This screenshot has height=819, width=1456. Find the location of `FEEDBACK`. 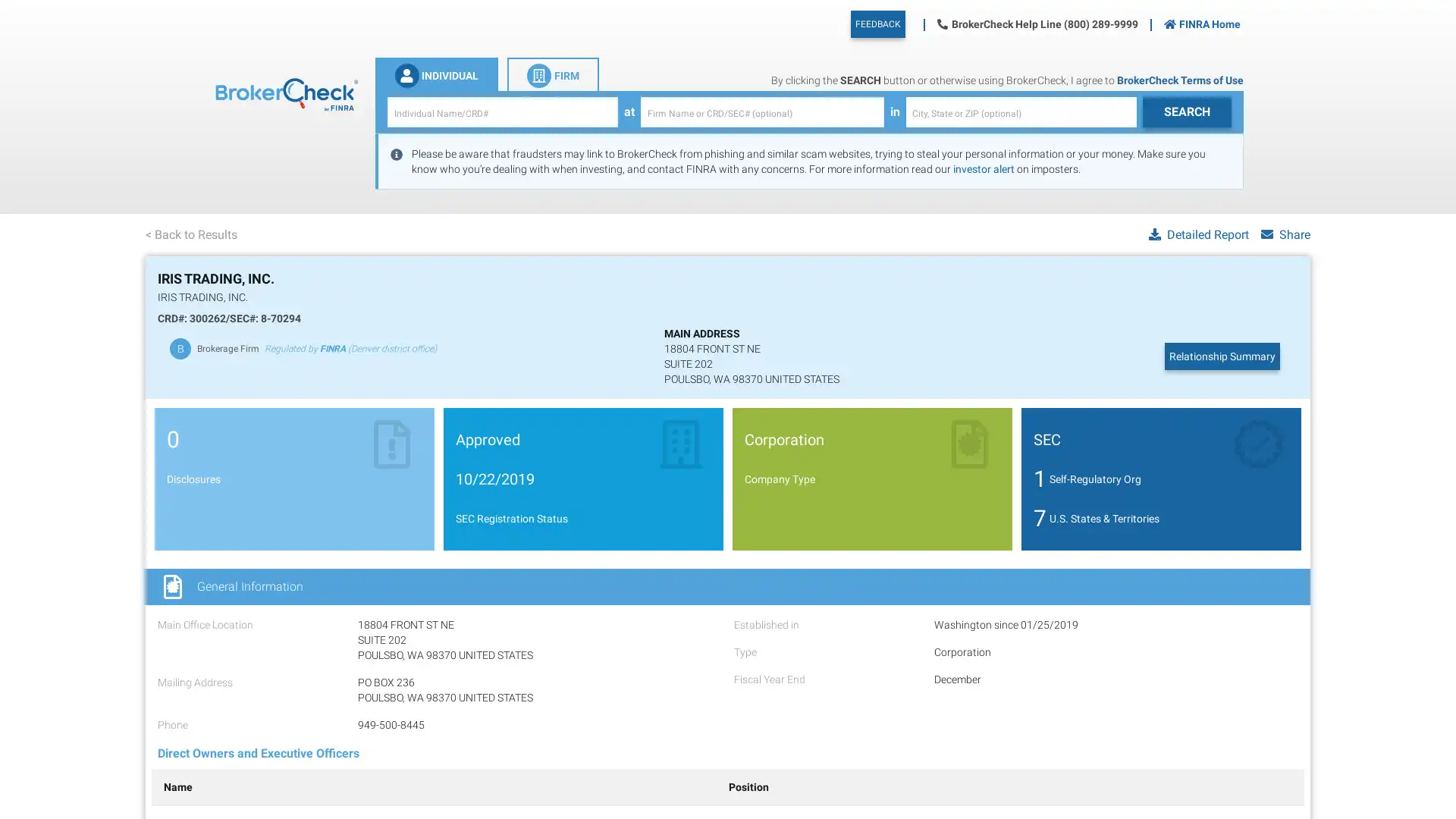

FEEDBACK is located at coordinates (877, 24).